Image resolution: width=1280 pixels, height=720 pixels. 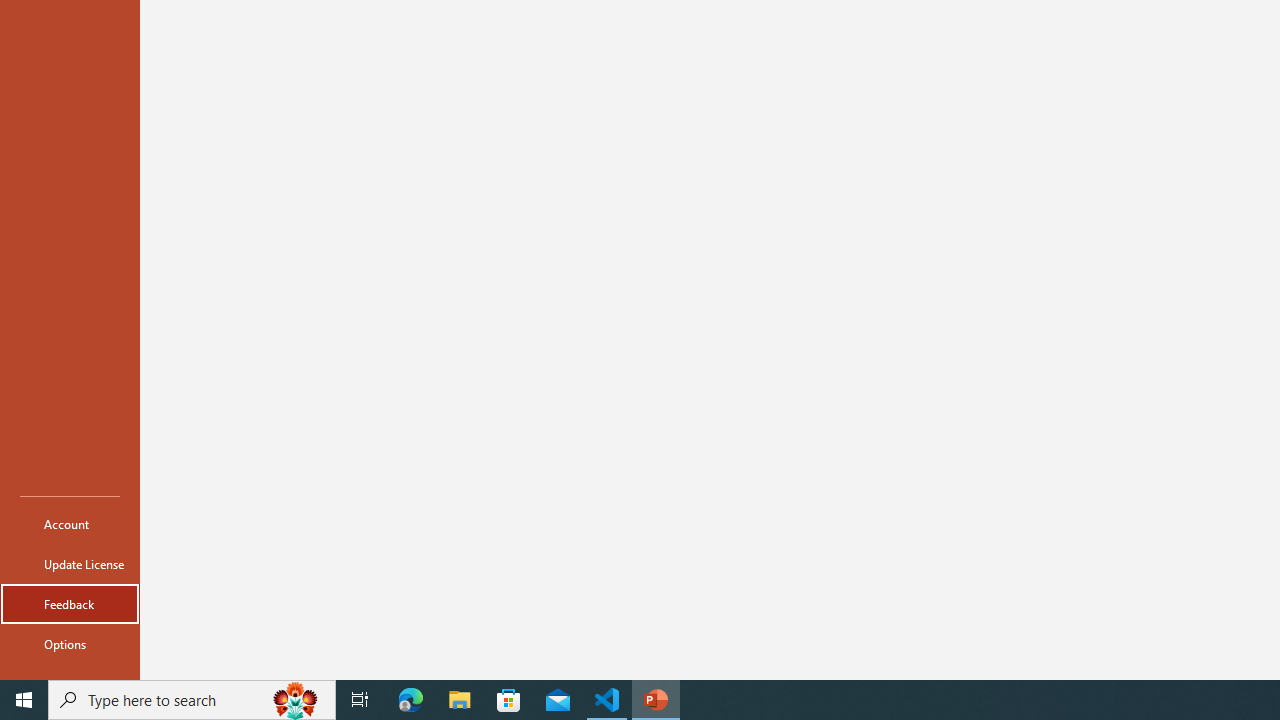 I want to click on 'Feedback', so click(x=69, y=603).